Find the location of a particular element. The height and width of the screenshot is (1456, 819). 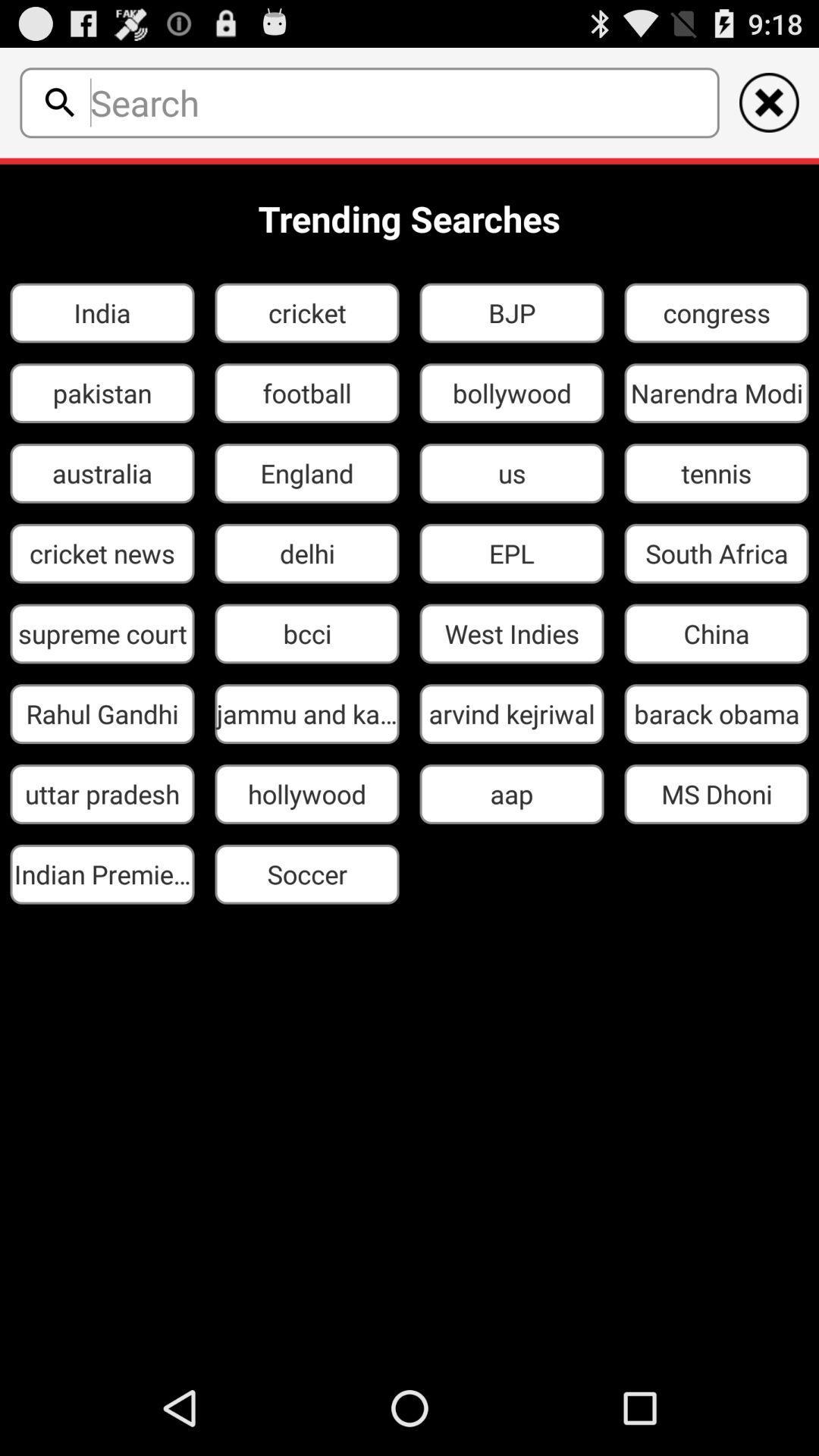

the close icon is located at coordinates (769, 108).